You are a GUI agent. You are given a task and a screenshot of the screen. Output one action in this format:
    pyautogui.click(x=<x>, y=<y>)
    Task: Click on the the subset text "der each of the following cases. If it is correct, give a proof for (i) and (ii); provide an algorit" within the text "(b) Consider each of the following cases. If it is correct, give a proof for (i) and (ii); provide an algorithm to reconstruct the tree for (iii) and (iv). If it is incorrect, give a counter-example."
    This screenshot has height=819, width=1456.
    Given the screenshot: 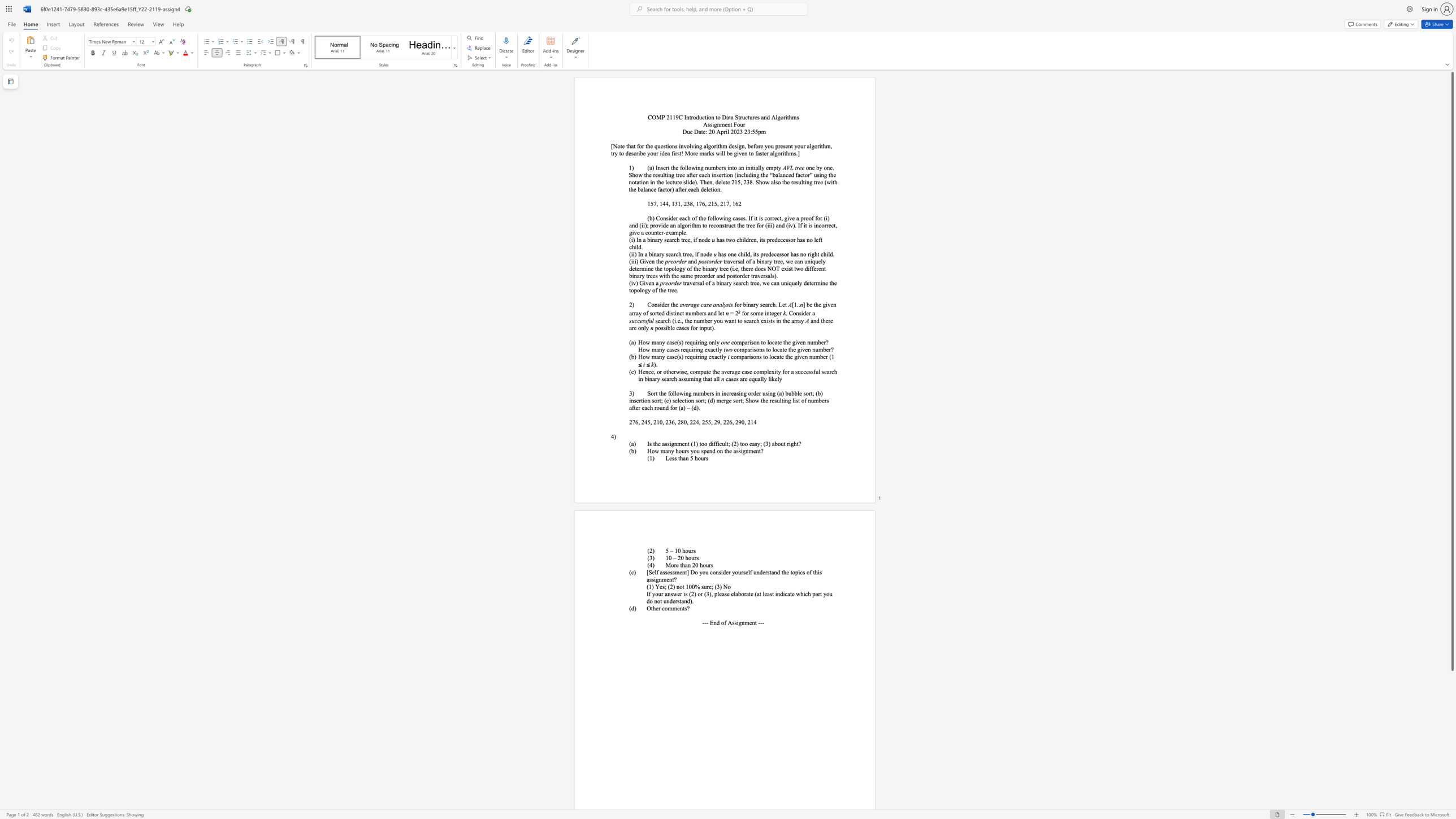 What is the action you would take?
    pyautogui.click(x=670, y=218)
    